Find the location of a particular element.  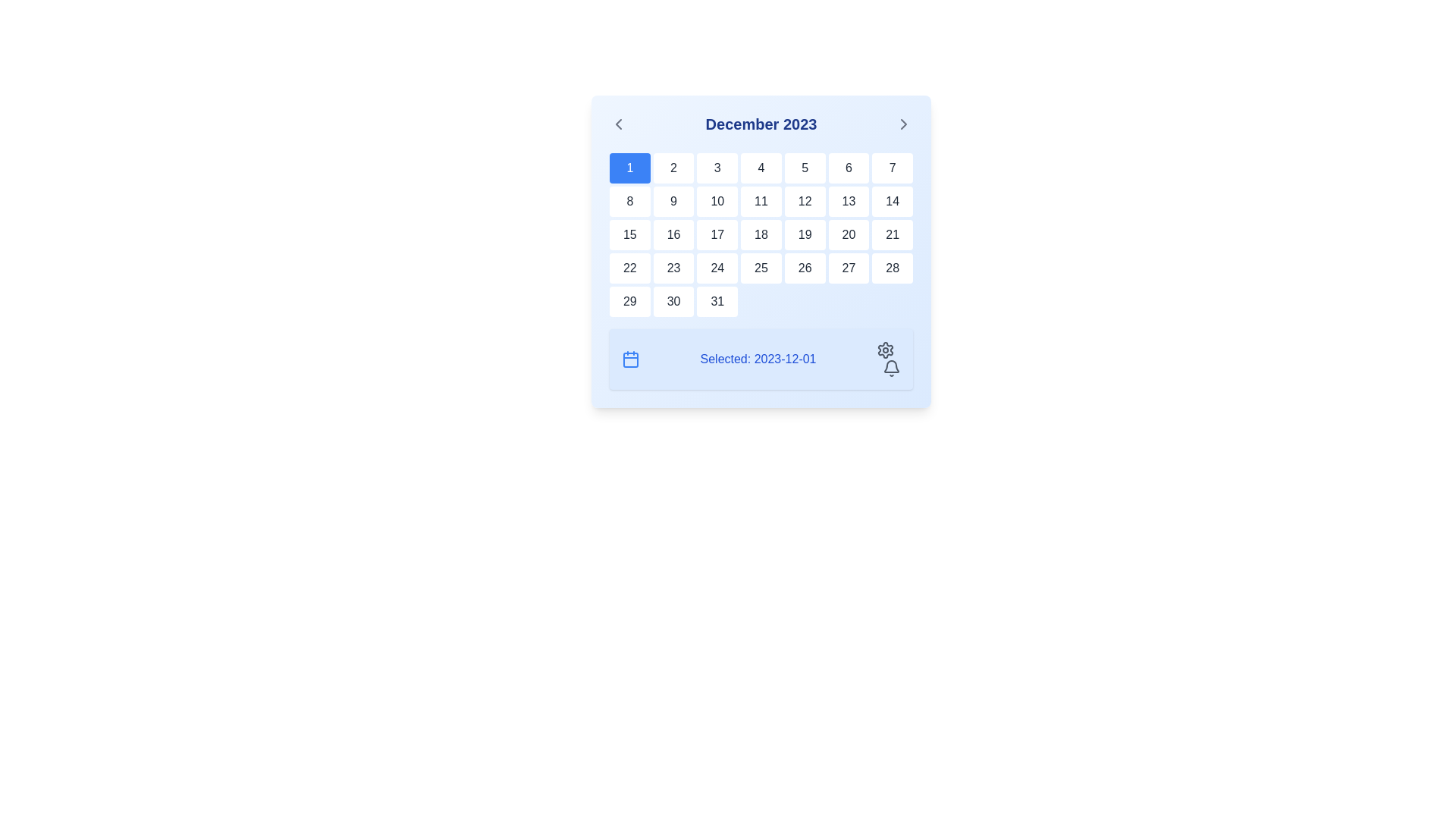

the button that represents the 28th day of the month in the calendar interface is located at coordinates (893, 268).